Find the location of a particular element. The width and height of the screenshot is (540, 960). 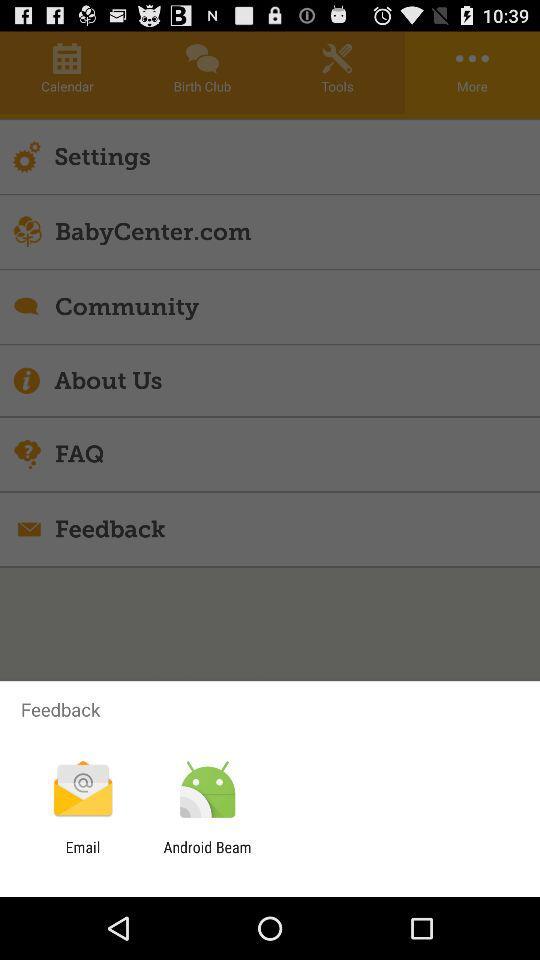

icon next to the android beam item is located at coordinates (82, 855).